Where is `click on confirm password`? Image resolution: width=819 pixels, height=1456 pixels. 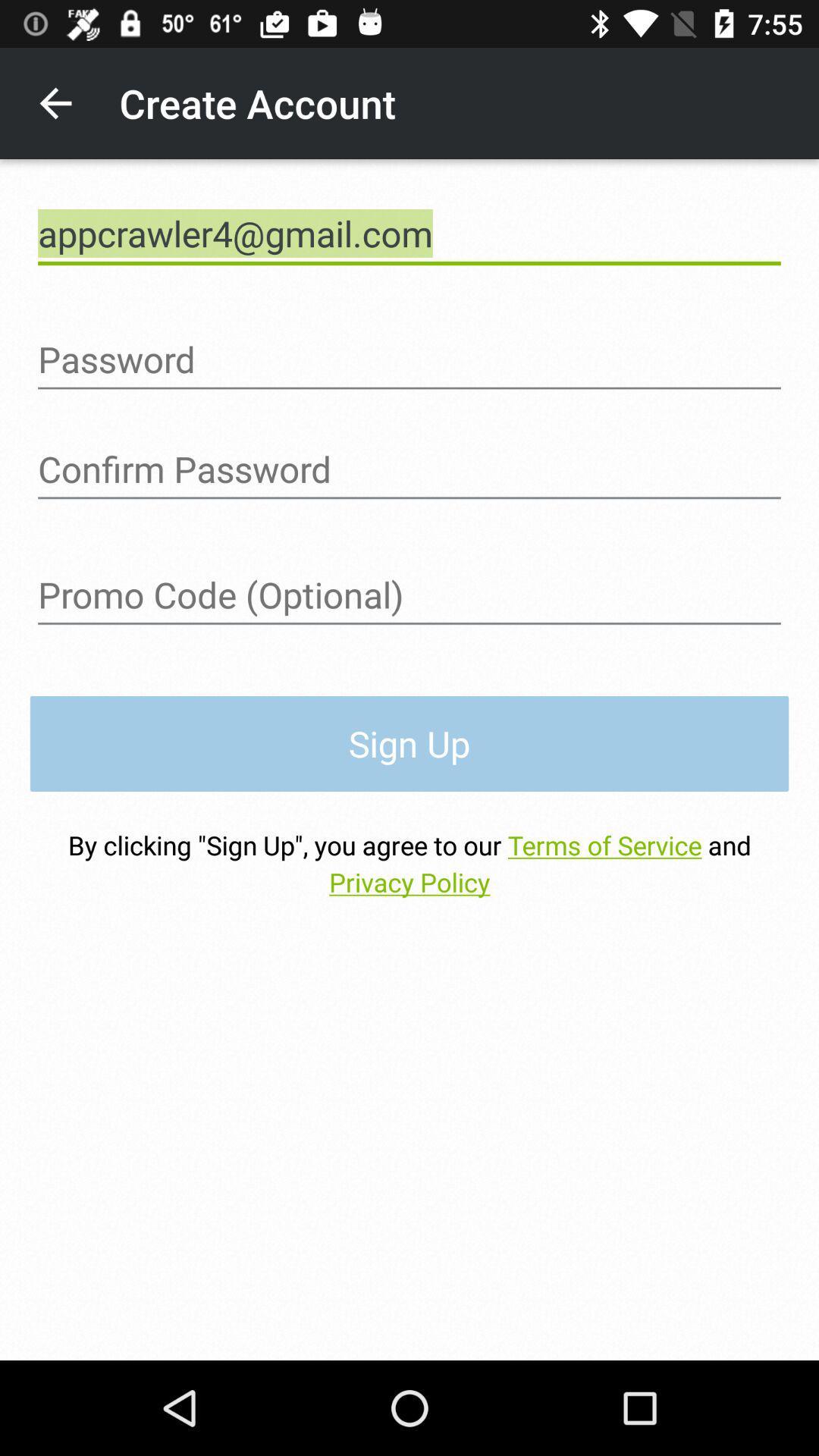
click on confirm password is located at coordinates (409, 469).